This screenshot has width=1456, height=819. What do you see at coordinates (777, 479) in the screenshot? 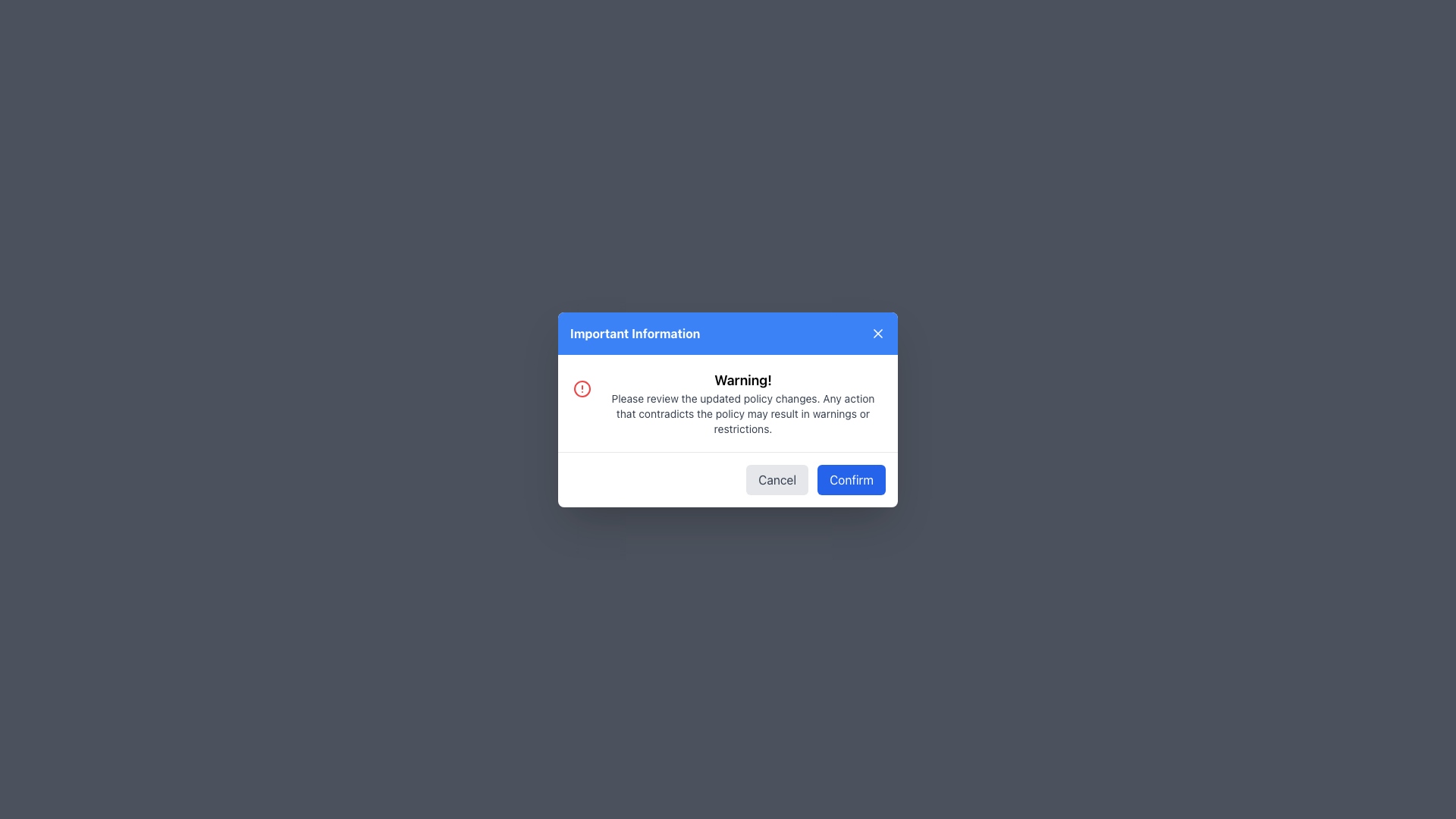
I see `the 'Cancel' button located in the bottom-right section of the dialog box, which is to the left of the blue 'Confirm' button` at bounding box center [777, 479].